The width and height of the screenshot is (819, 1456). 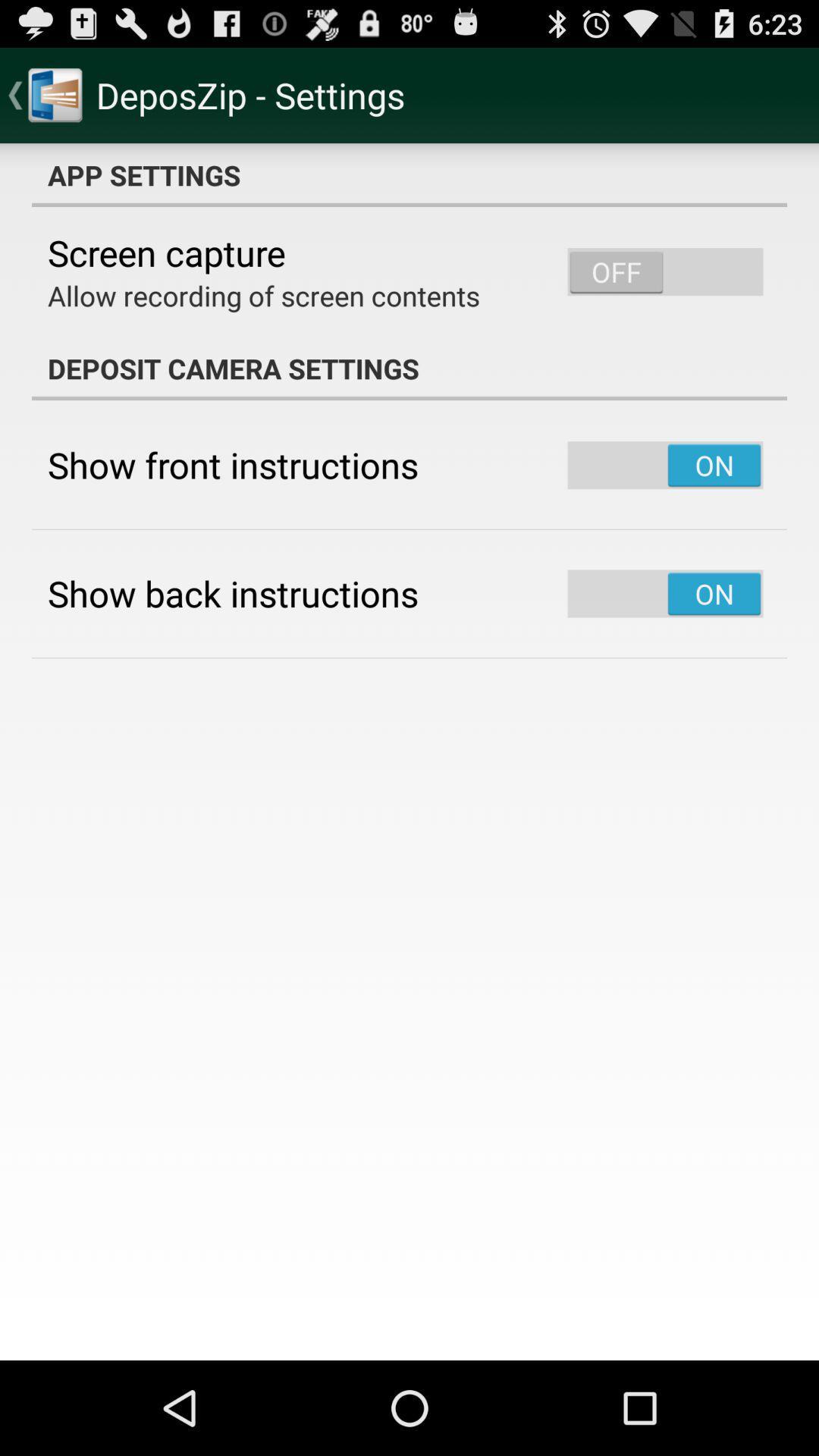 I want to click on the allow recording of, so click(x=262, y=295).